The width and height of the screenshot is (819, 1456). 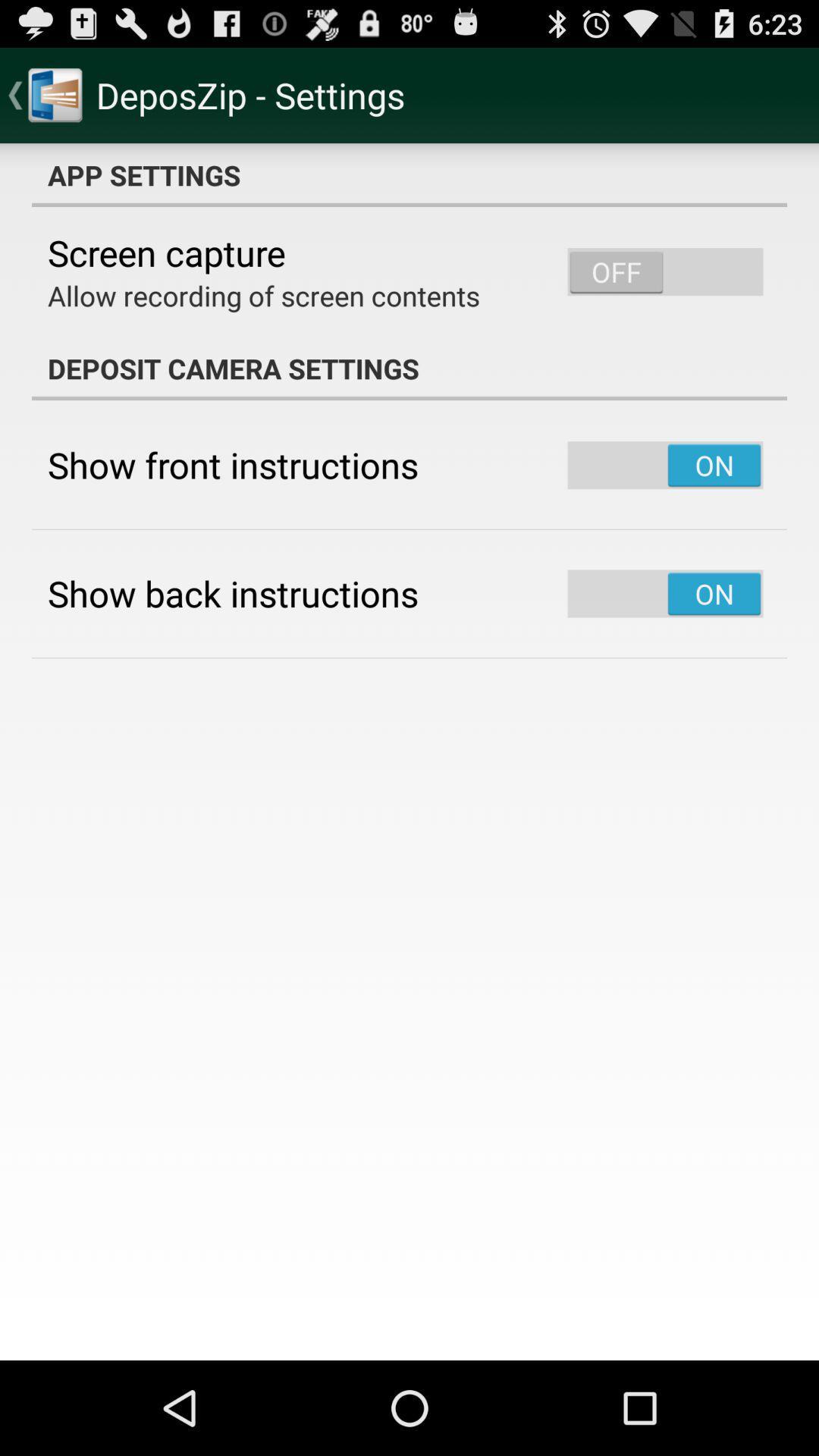 I want to click on the allow recording of, so click(x=262, y=295).